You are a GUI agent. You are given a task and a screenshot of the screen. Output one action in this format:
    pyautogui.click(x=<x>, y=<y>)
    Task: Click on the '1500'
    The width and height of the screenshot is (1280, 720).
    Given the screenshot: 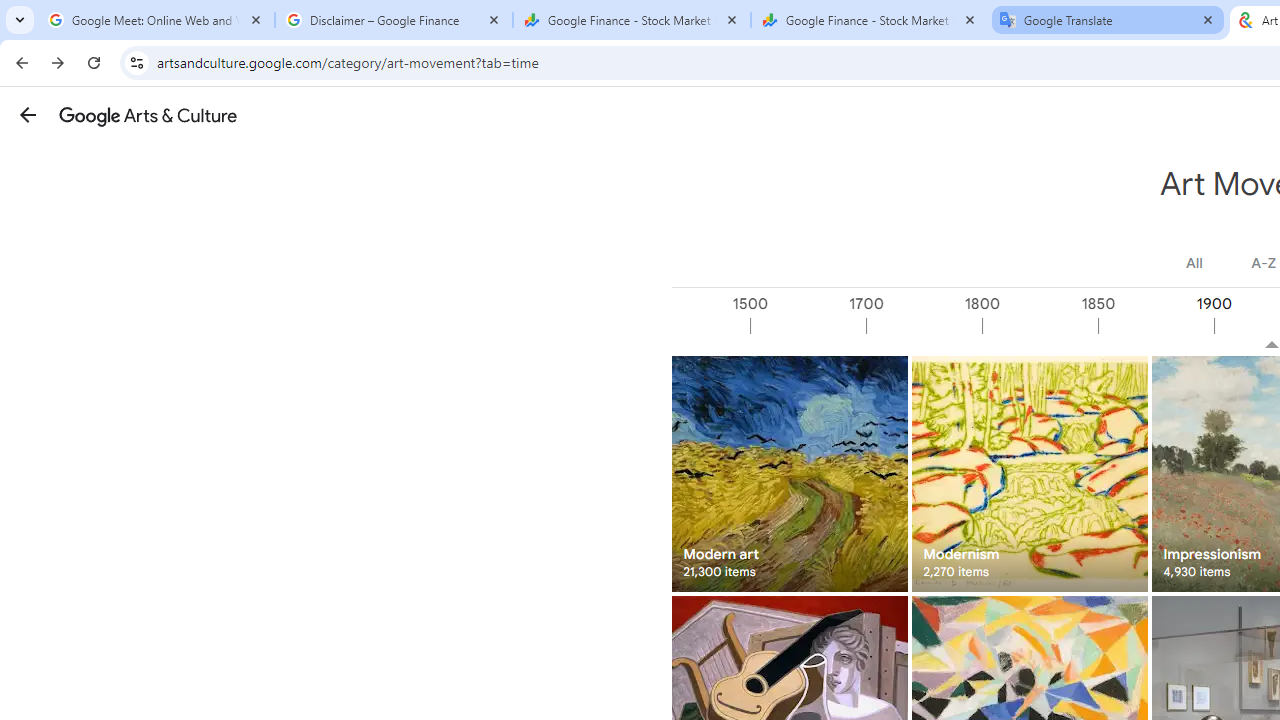 What is the action you would take?
    pyautogui.click(x=807, y=325)
    